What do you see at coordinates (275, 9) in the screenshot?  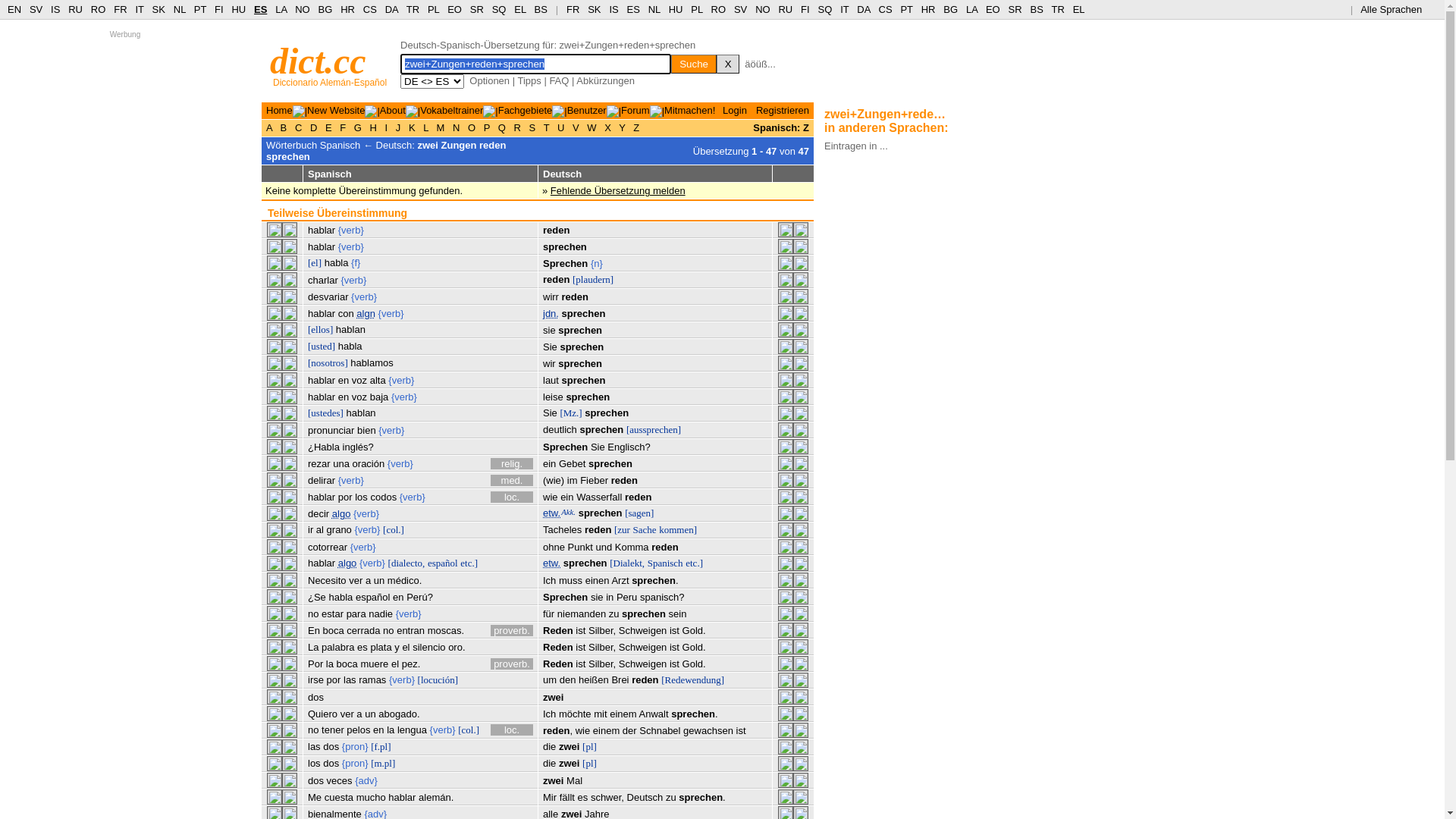 I see `'LA'` at bounding box center [275, 9].